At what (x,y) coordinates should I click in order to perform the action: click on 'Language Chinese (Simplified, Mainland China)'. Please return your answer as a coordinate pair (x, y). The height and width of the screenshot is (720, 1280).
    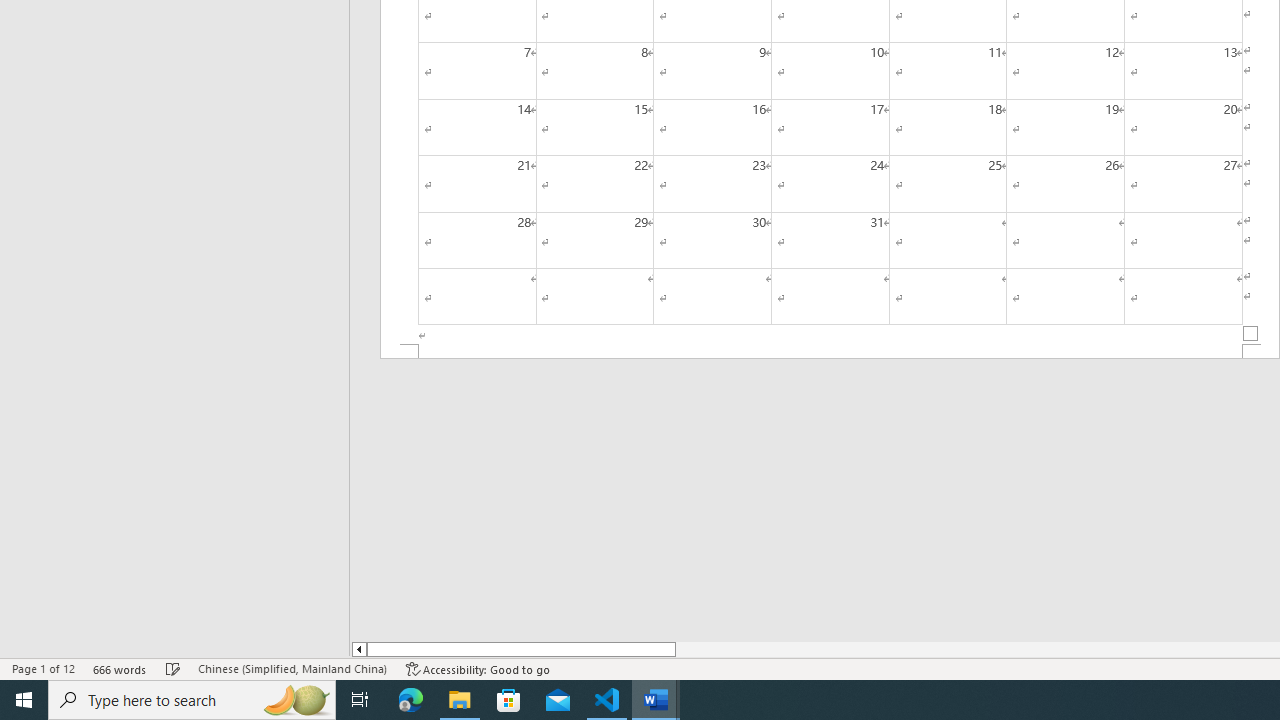
    Looking at the image, I should click on (291, 669).